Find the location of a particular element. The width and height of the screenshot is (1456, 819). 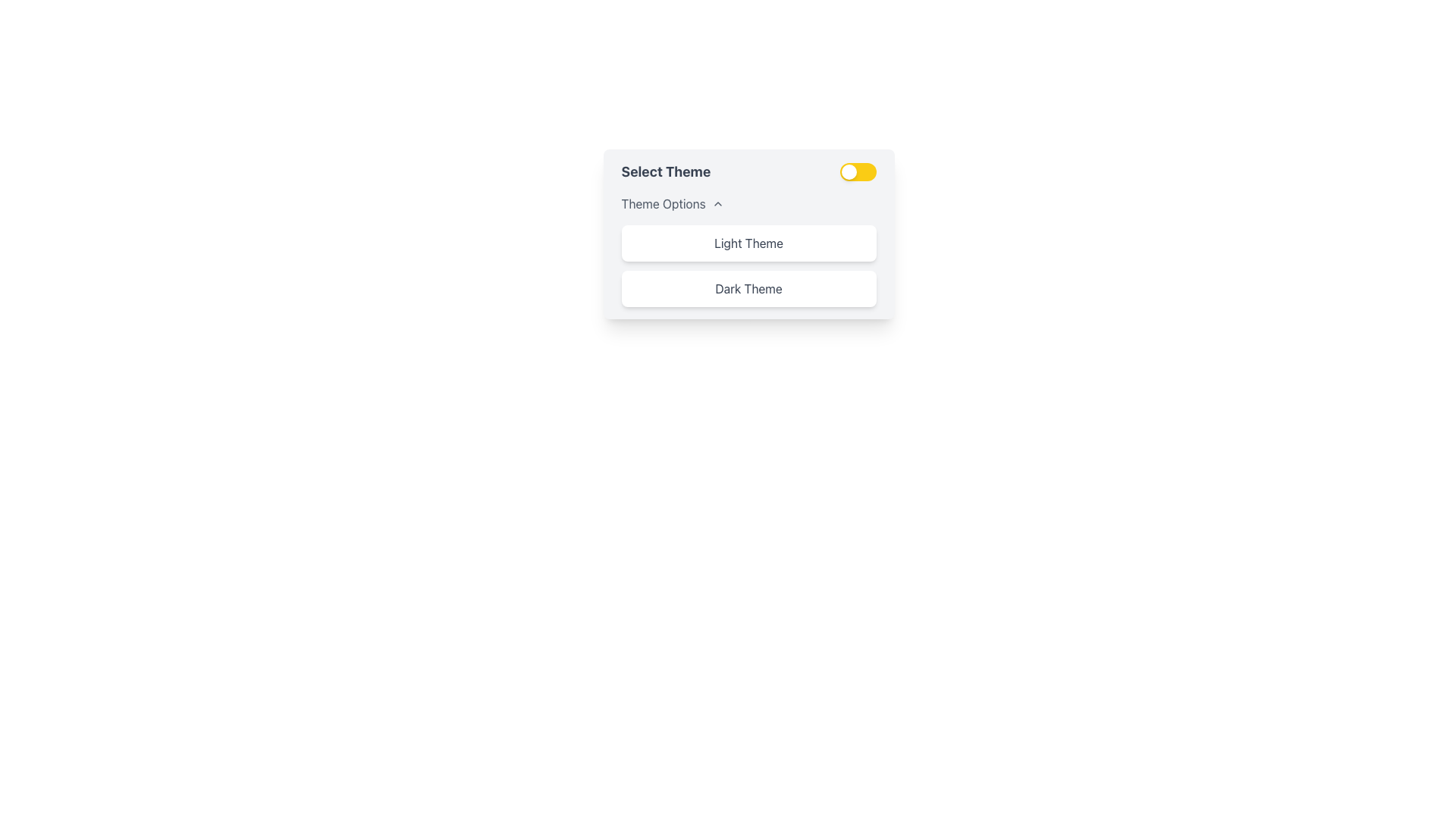

the 'Dark Theme' button located below the 'Light Theme' button in the 'Theme Options' menu is located at coordinates (748, 289).